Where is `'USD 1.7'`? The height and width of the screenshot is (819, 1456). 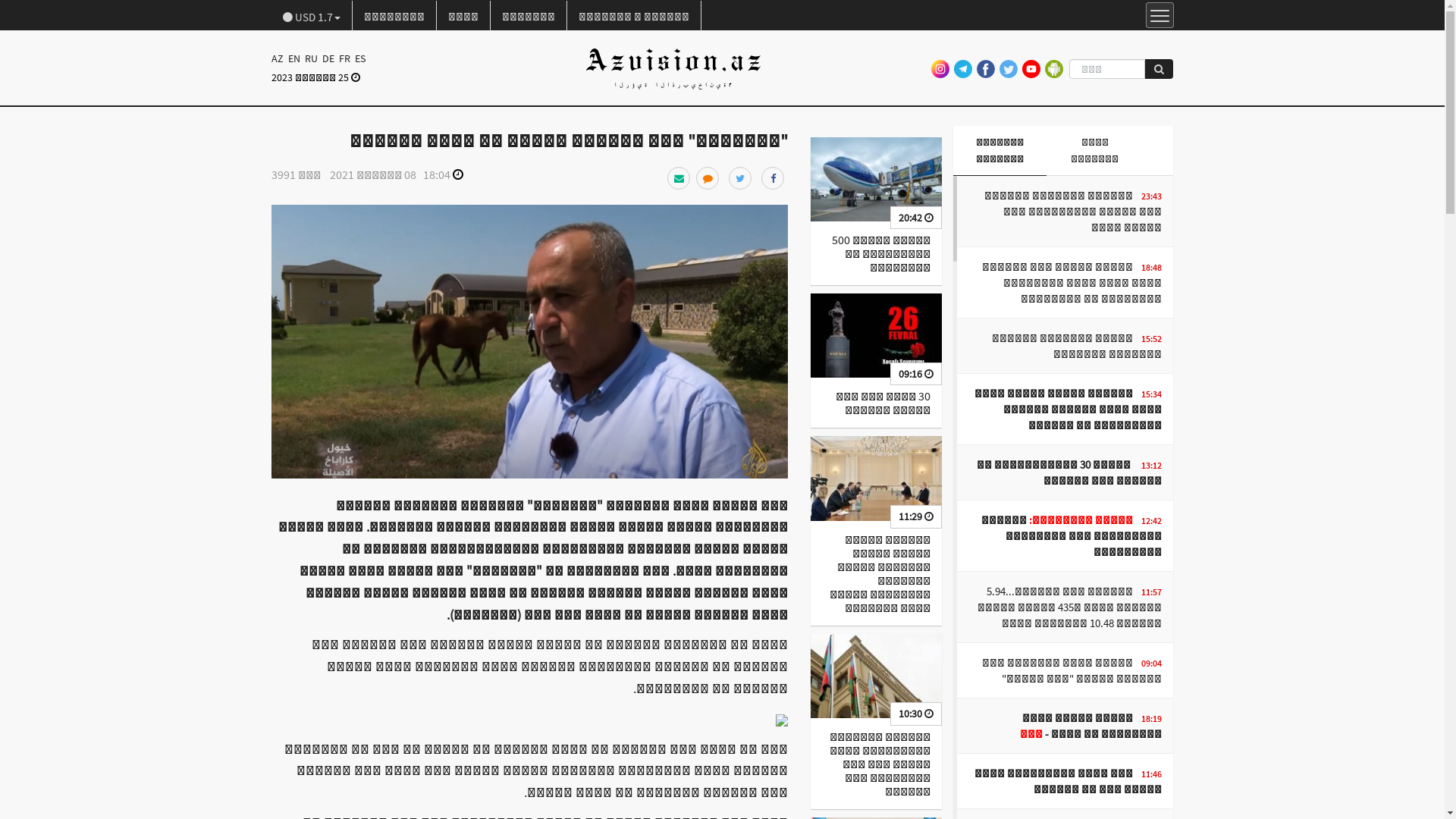
'USD 1.7' is located at coordinates (311, 15).